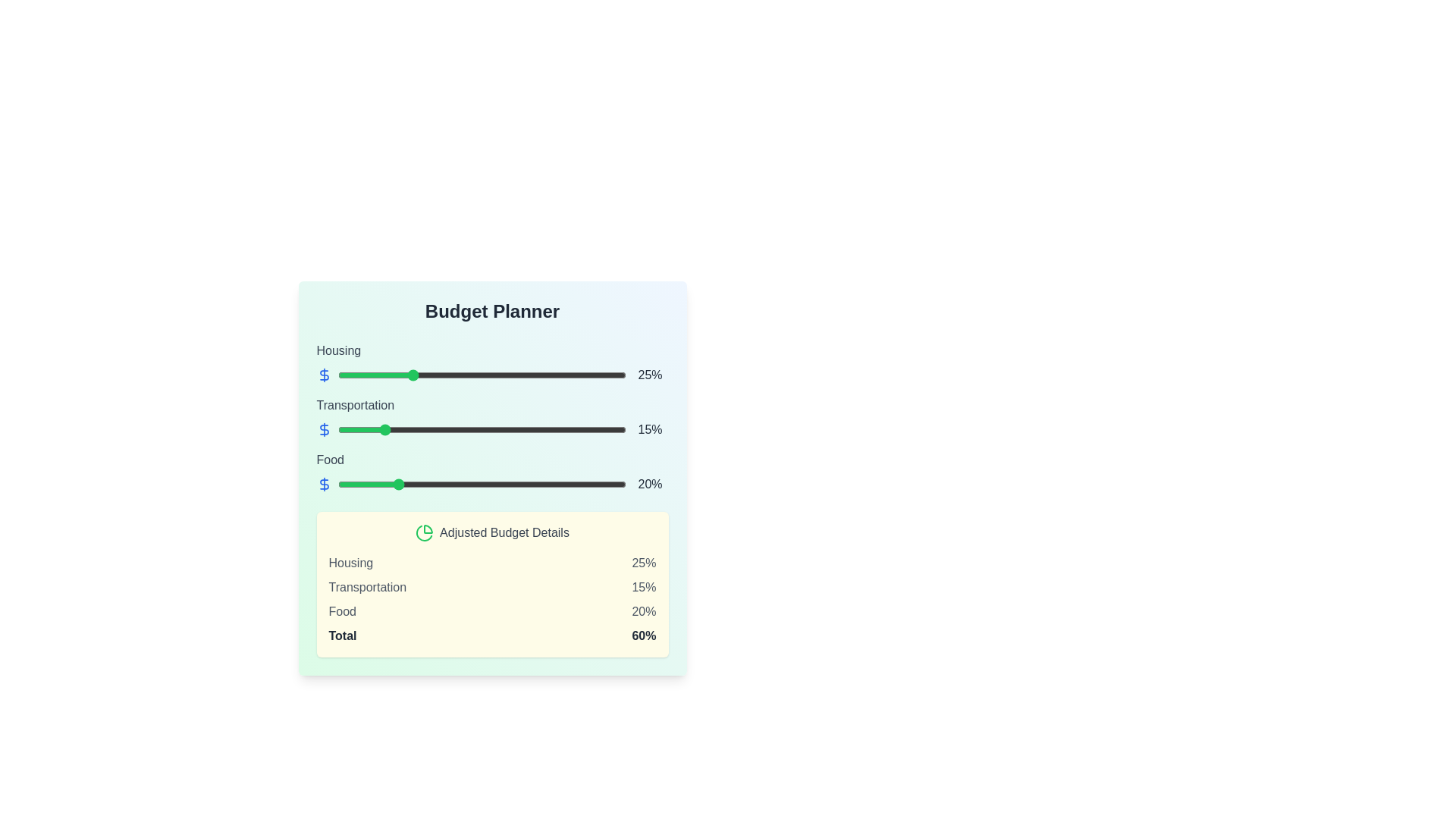 This screenshot has width=1456, height=819. I want to click on the housing budget percentage, so click(413, 375).